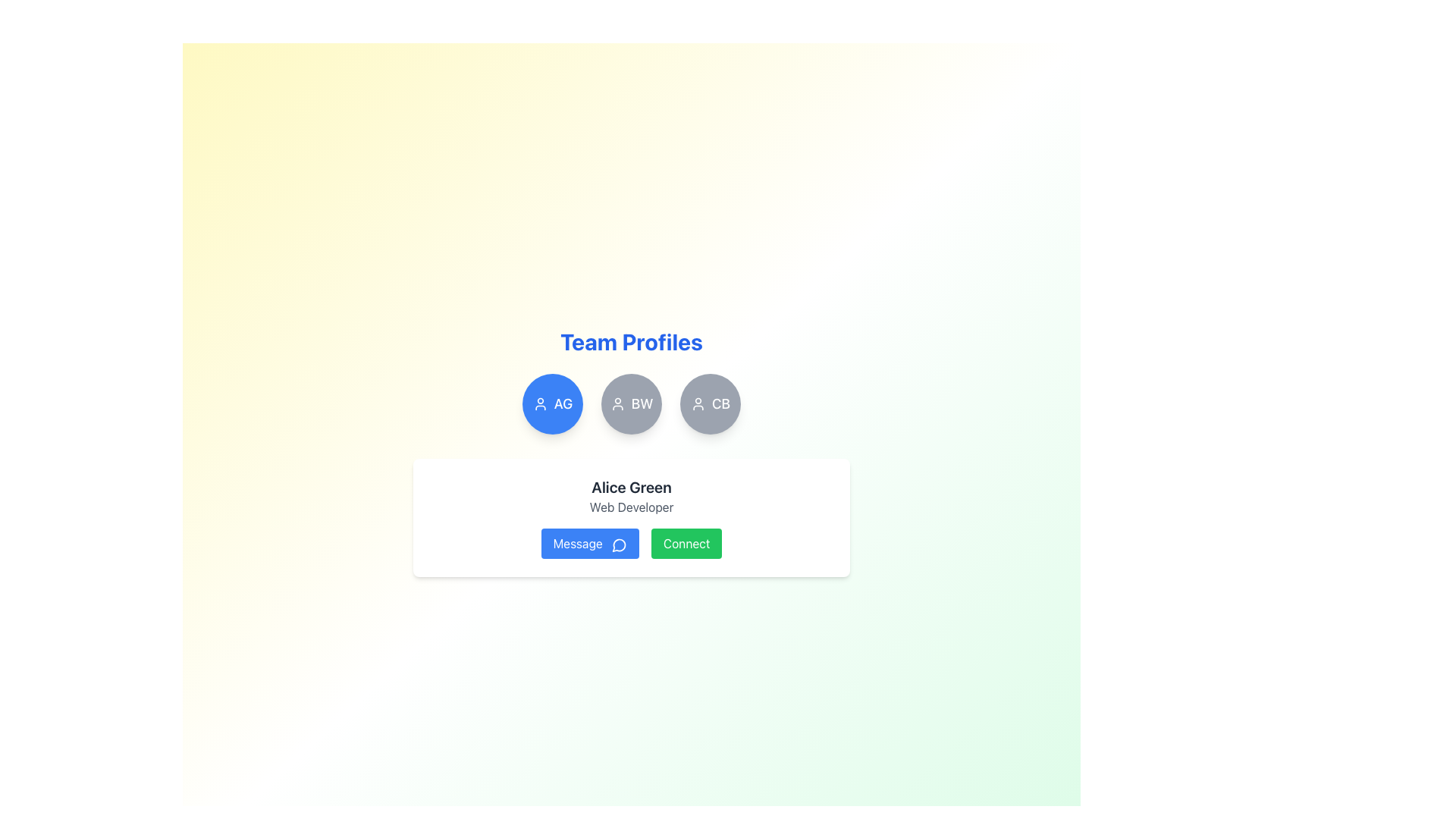 The height and width of the screenshot is (819, 1456). I want to click on the blue 'Message' button with a speech bubble icon located at the bottom center of Alice Green's profile card to initiate communication, so click(632, 543).